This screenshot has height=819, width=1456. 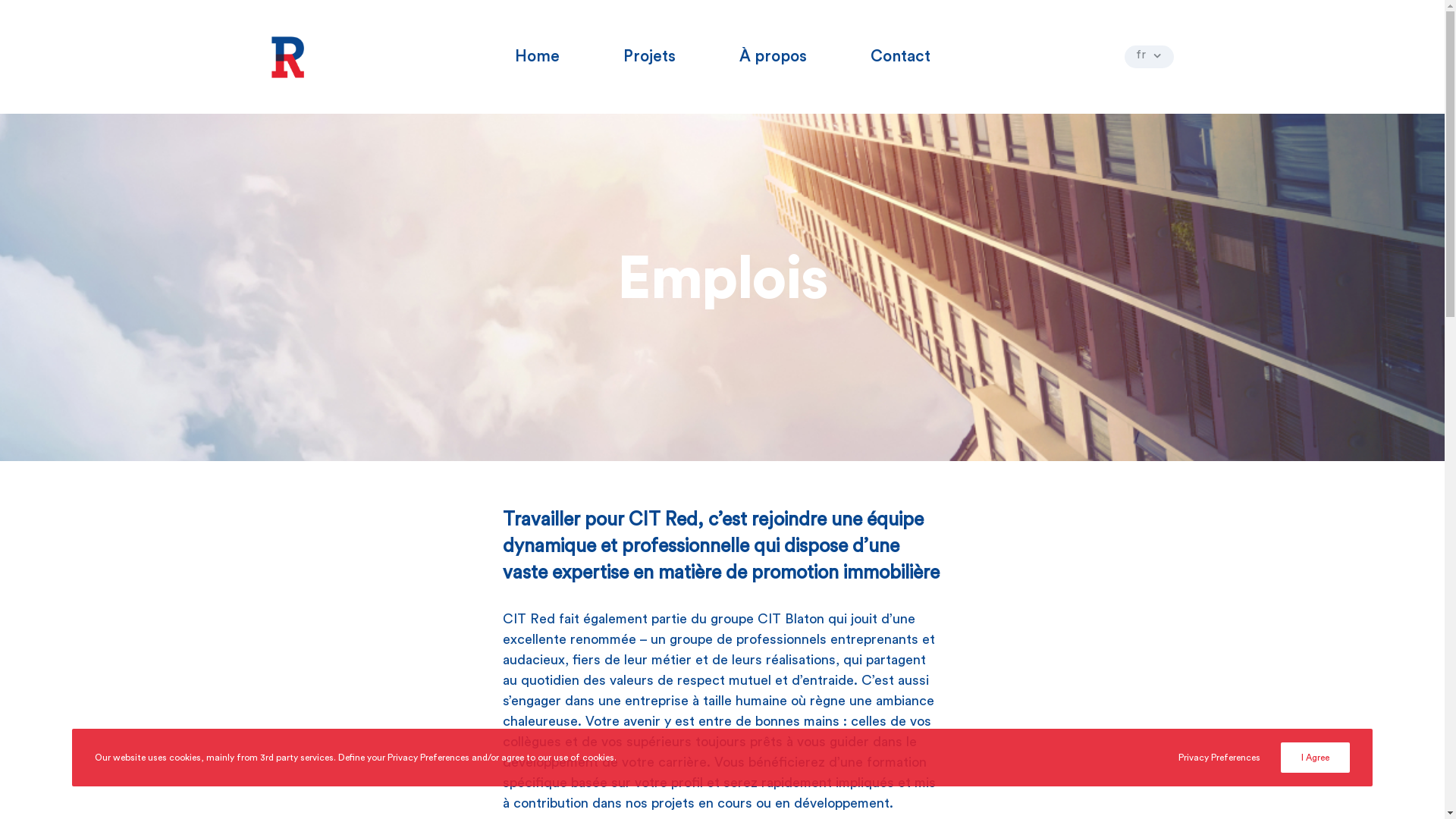 I want to click on 'Home', so click(x=536, y=55).